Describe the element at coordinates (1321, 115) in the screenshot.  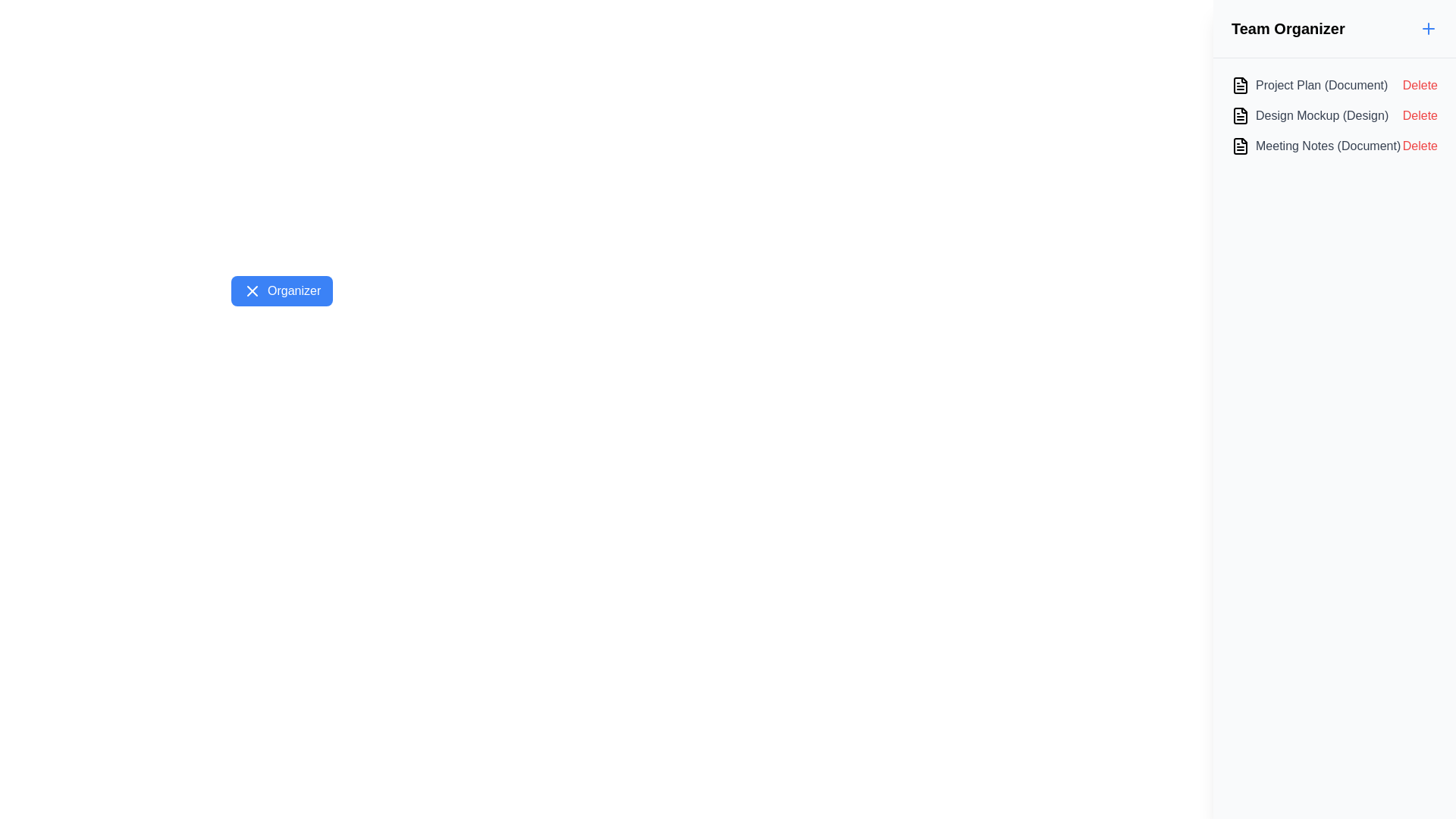
I see `the Text Label that identifies or labels a design mockup document within the application interface, which is positioned next to a document icon` at that location.